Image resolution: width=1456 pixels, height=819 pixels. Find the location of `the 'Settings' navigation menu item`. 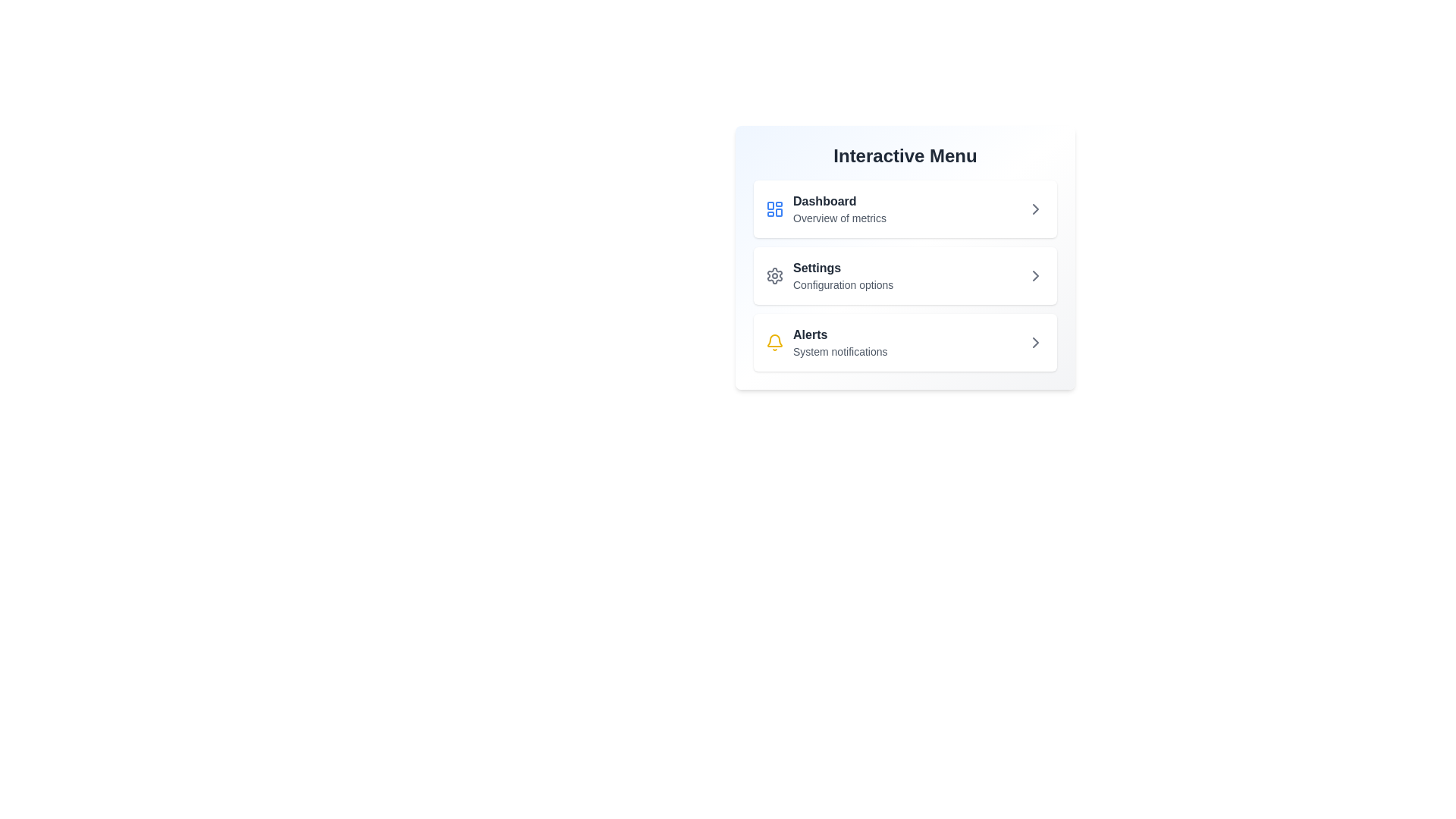

the 'Settings' navigation menu item is located at coordinates (905, 275).